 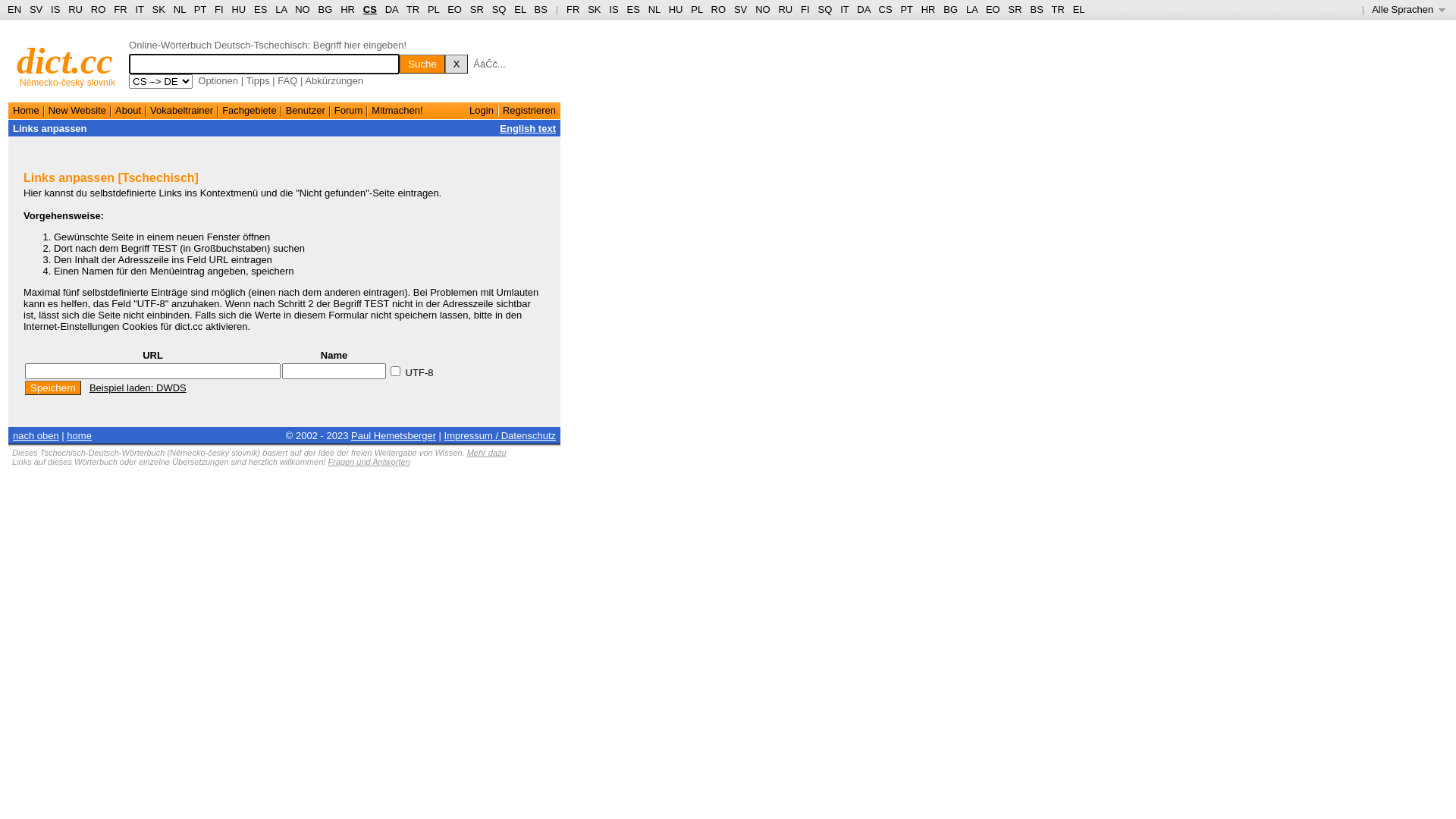 What do you see at coordinates (7, 9) in the screenshot?
I see `'EN'` at bounding box center [7, 9].